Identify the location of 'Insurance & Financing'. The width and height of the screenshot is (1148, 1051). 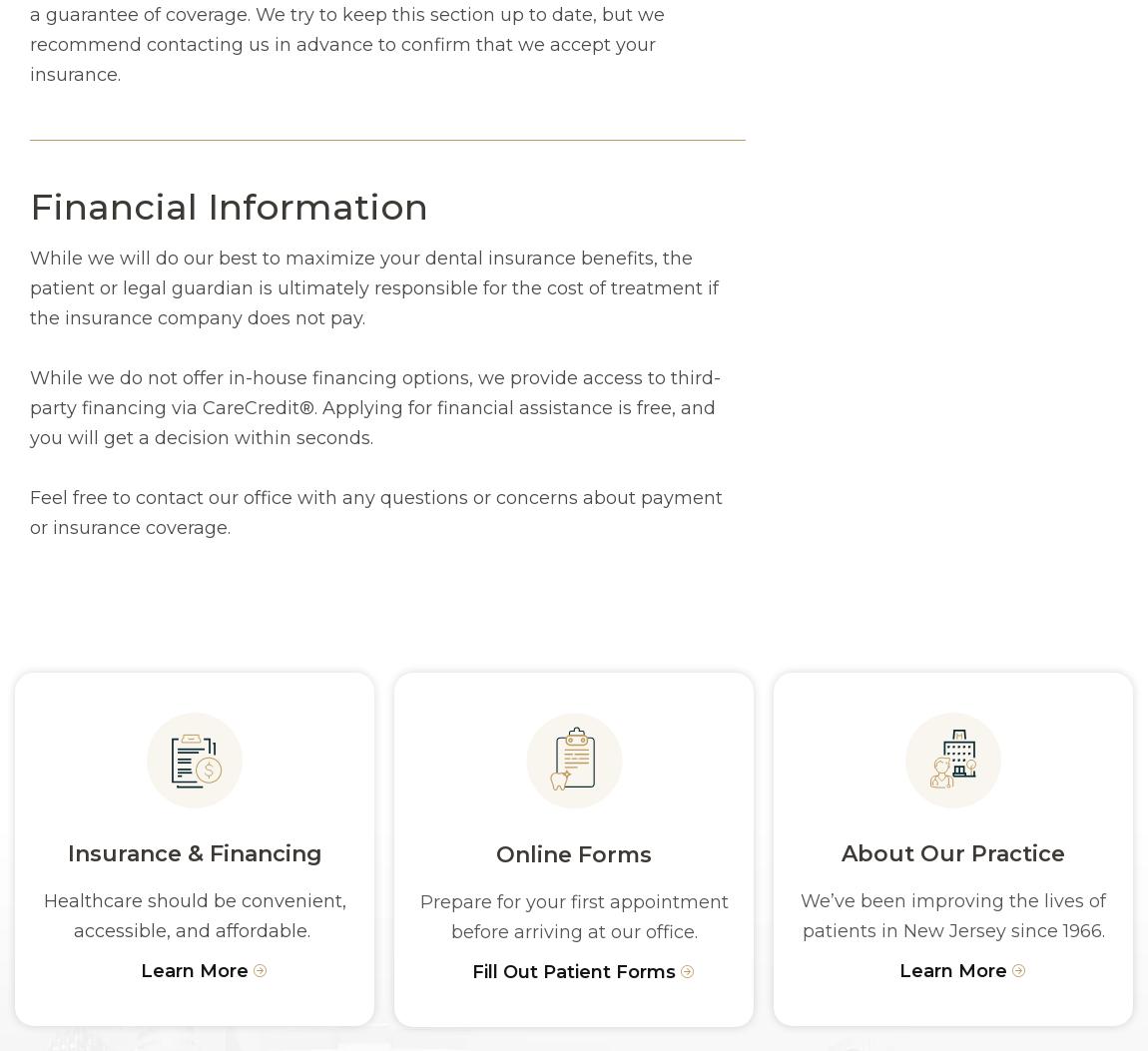
(193, 852).